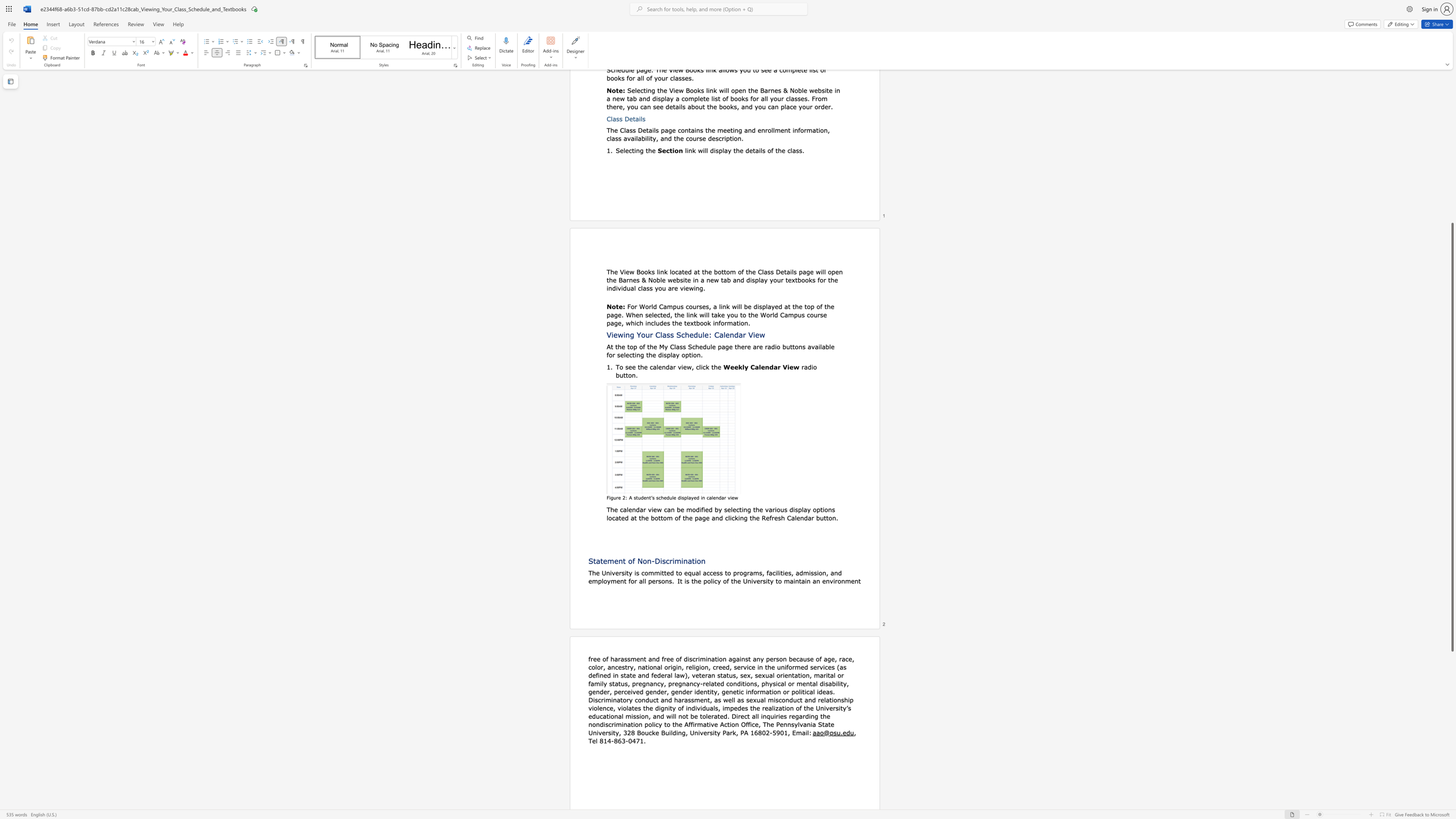 Image resolution: width=1456 pixels, height=819 pixels. What do you see at coordinates (1451, 125) in the screenshot?
I see `the scrollbar to move the page upward` at bounding box center [1451, 125].